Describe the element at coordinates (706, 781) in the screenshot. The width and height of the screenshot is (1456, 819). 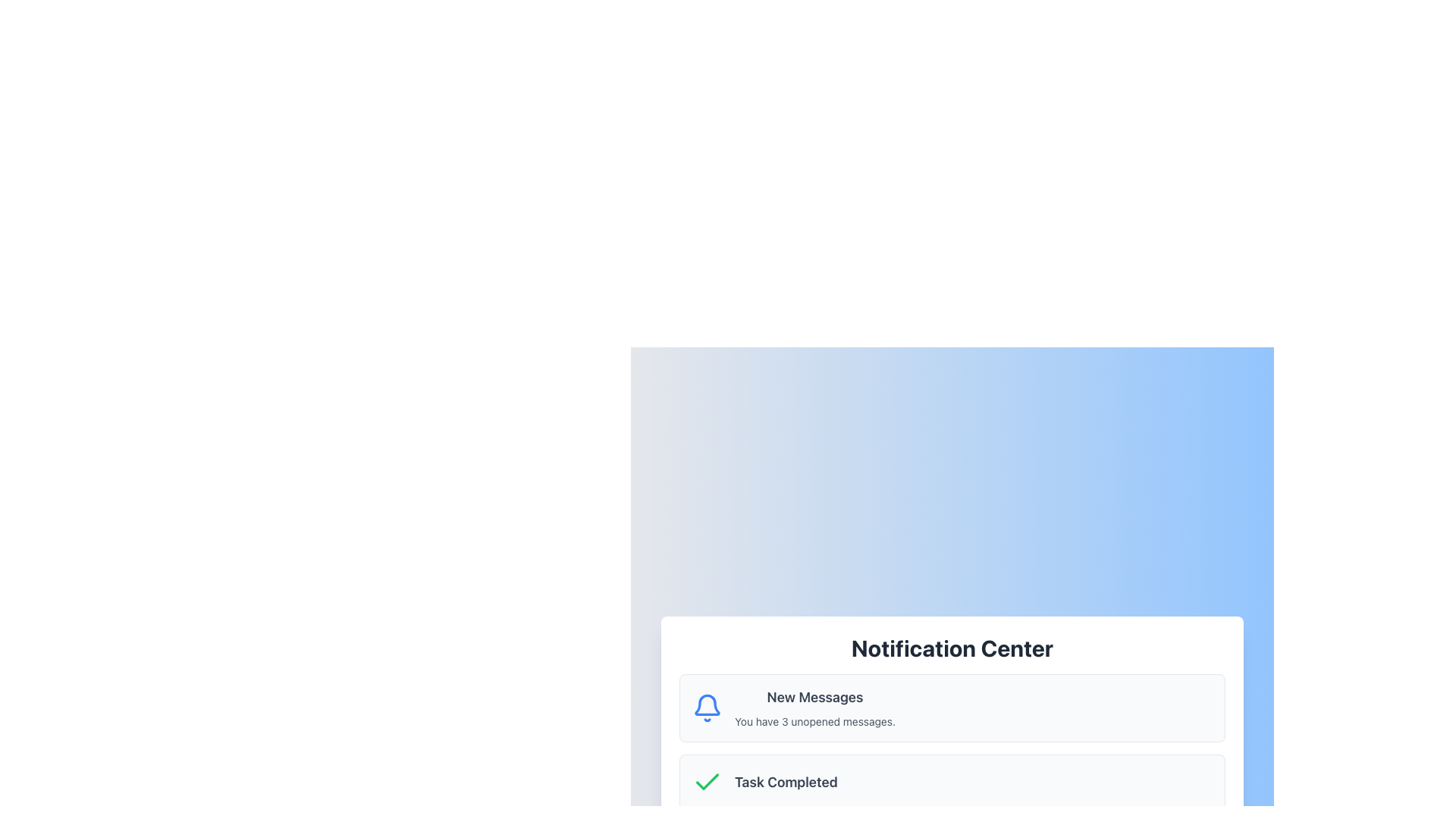
I see `the green checkmark icon within the 'Task Completed' notification in the 'Notification Center'` at that location.